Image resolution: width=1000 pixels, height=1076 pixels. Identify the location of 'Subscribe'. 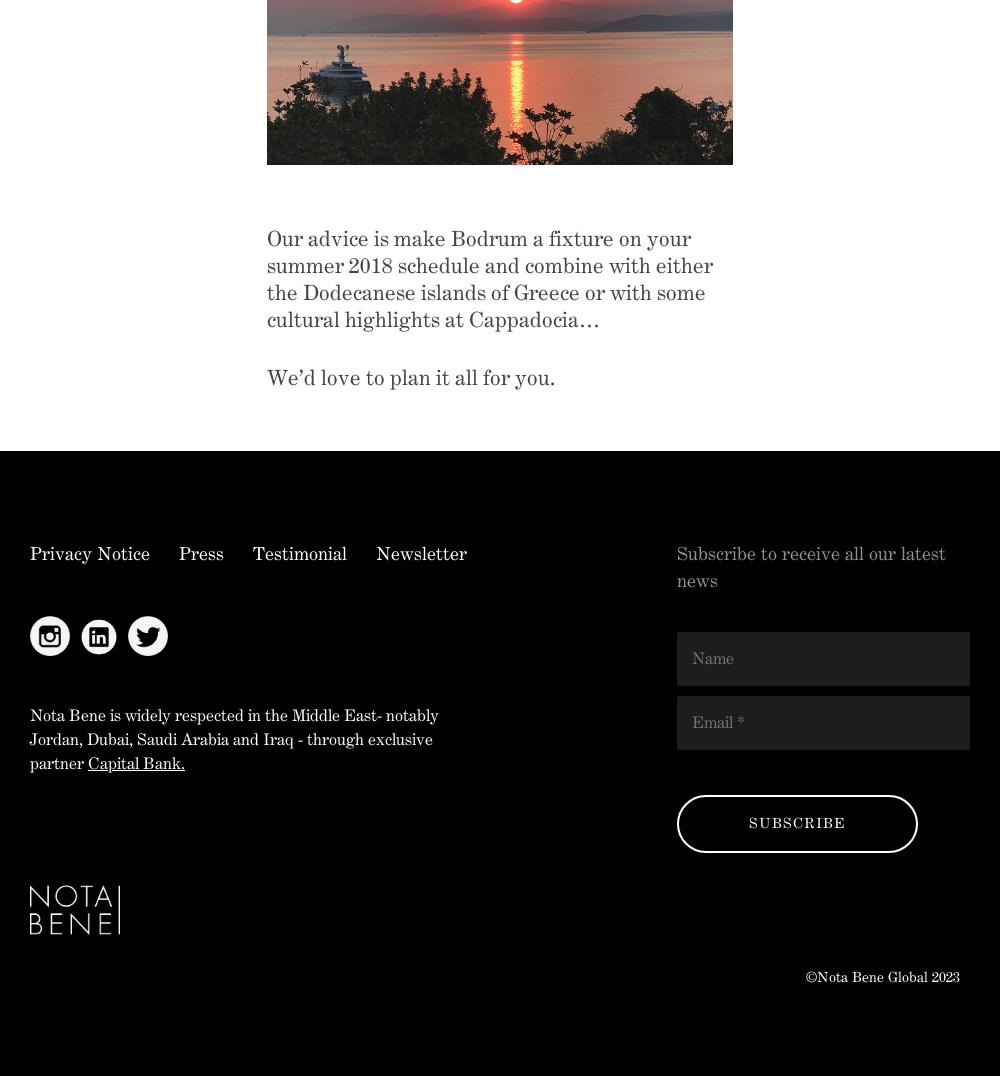
(747, 822).